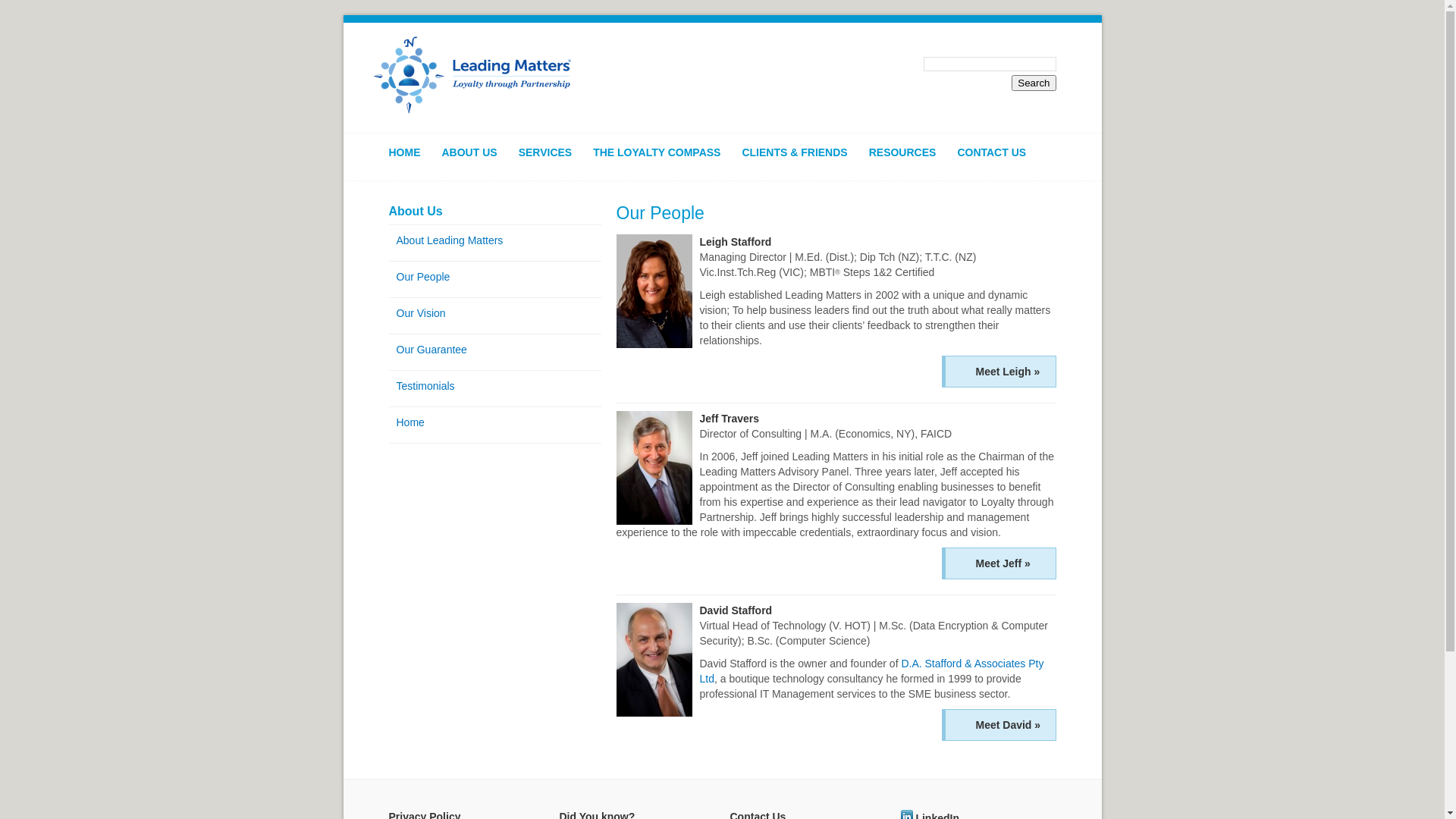 Image resolution: width=1456 pixels, height=819 pixels. I want to click on 'HOME', so click(411, 160).